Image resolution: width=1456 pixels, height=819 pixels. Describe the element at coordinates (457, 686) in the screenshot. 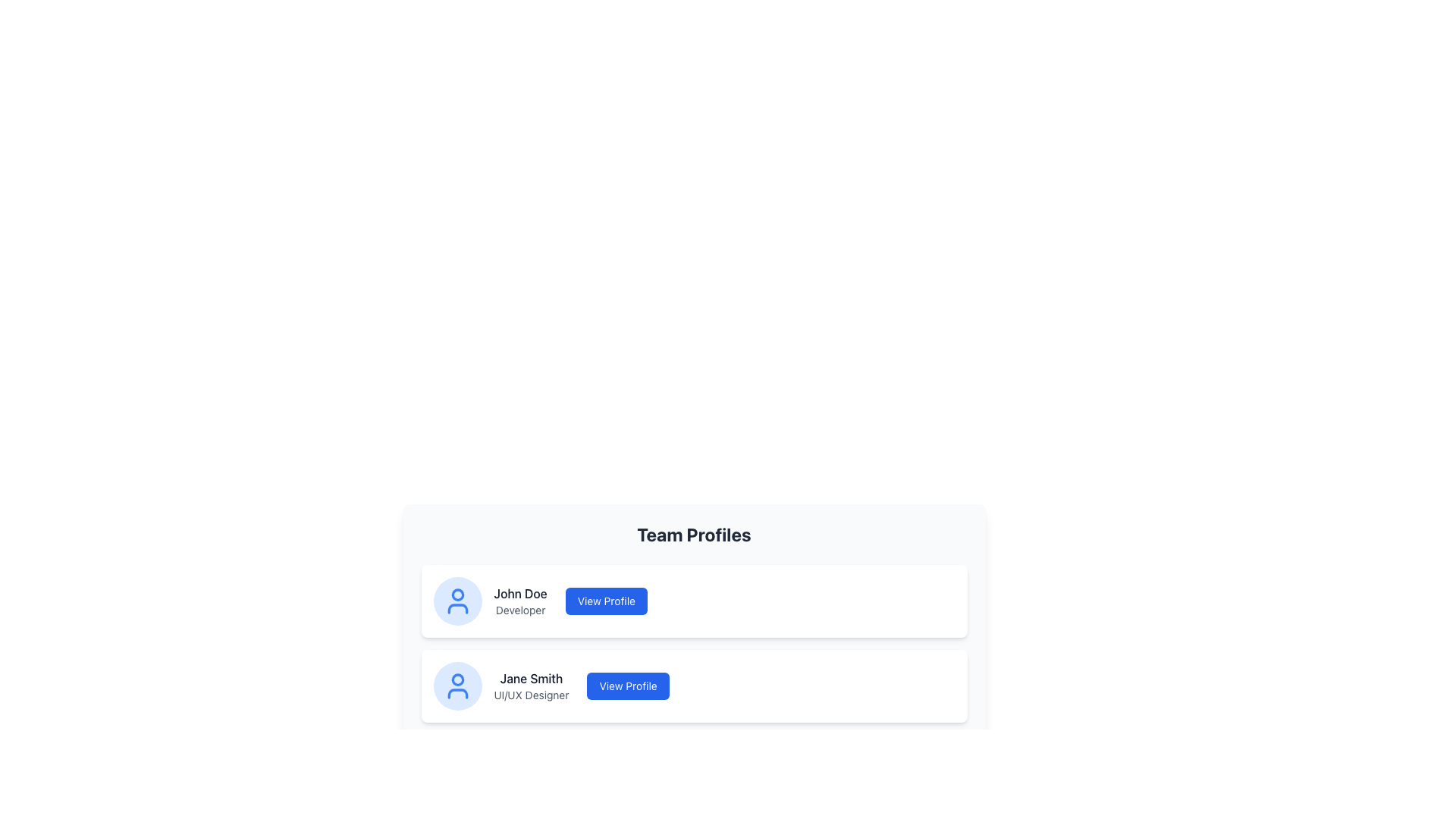

I see `user profile icon representing 'Jane Smith' located in the lower profile card on the left side` at that location.